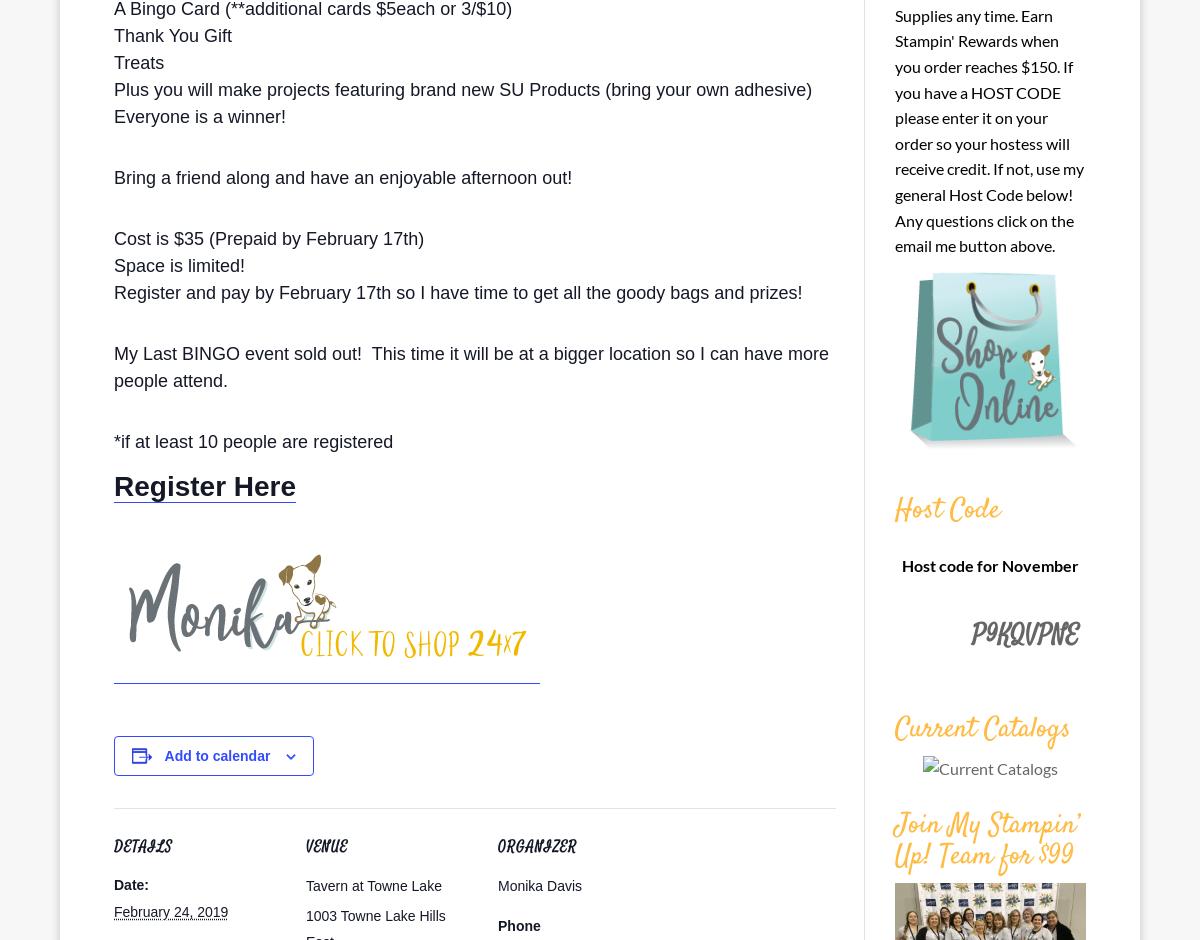 This screenshot has height=940, width=1200. I want to click on 'Phone', so click(518, 924).